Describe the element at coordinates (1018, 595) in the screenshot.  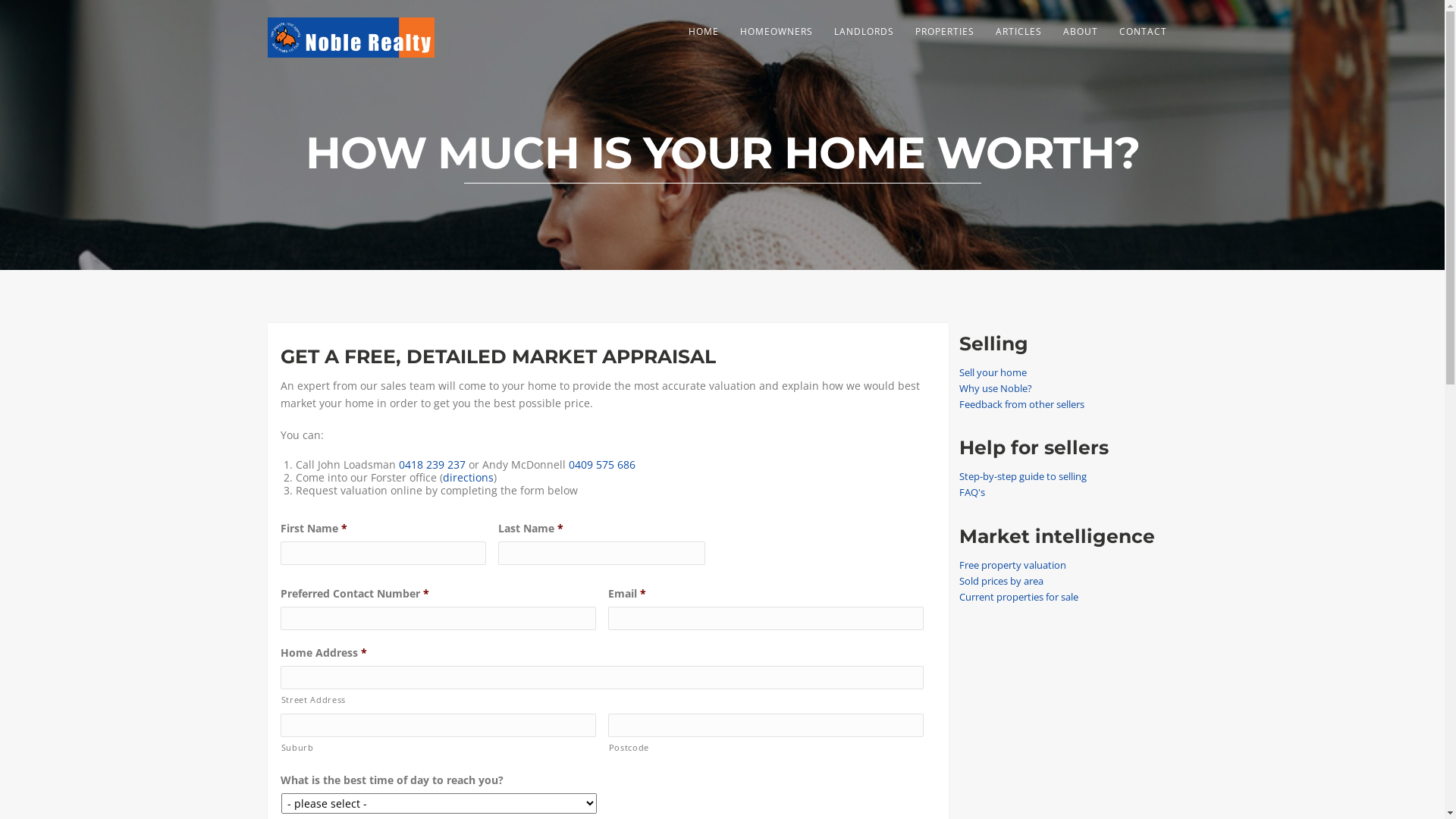
I see `'Current properties for sale'` at that location.